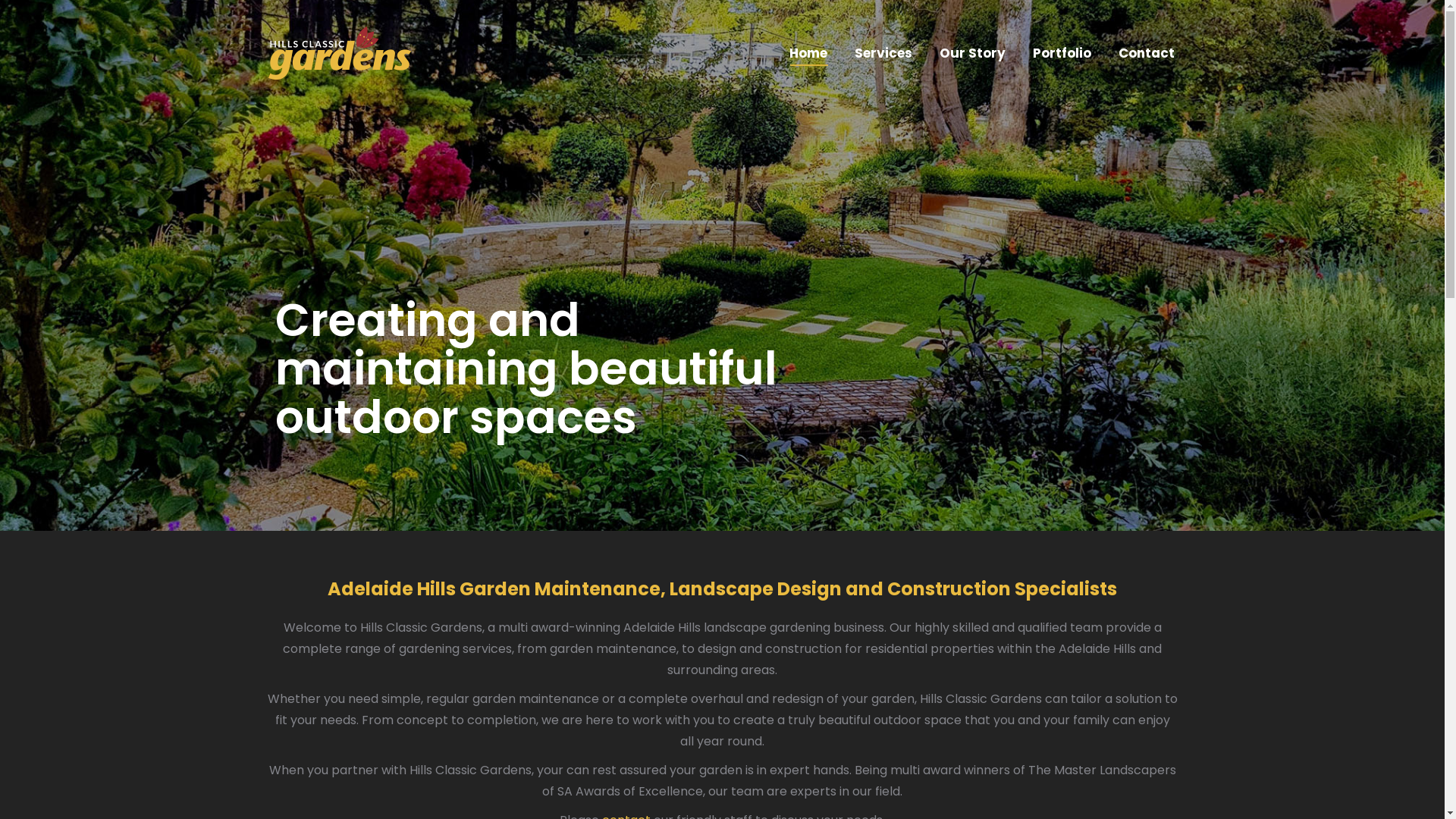 This screenshot has height=819, width=1456. Describe the element at coordinates (1146, 52) in the screenshot. I see `'Contact'` at that location.